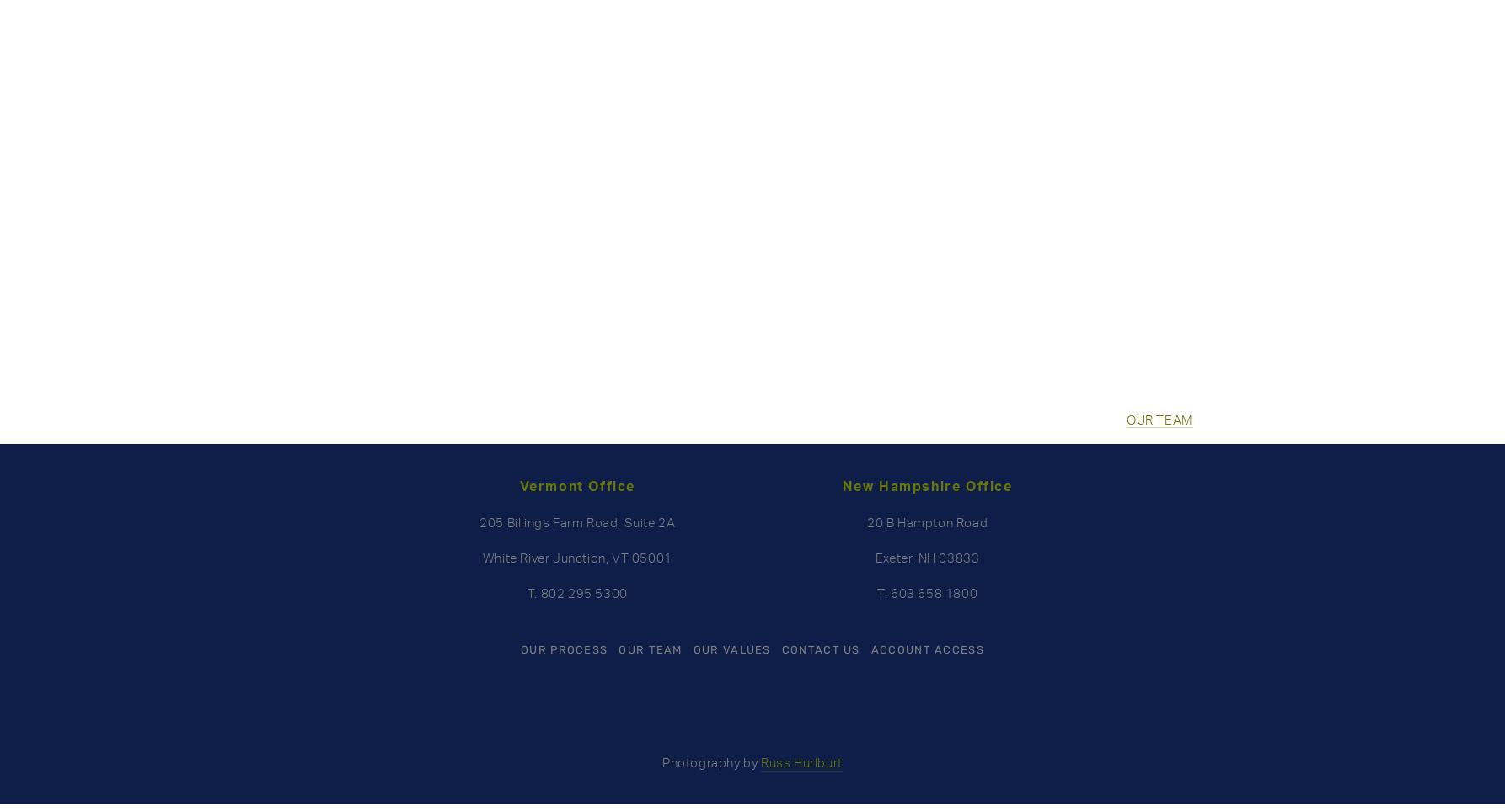 The height and width of the screenshot is (812, 1505). Describe the element at coordinates (1049, 183) in the screenshot. I see `'©  2016 Kinder Institute'` at that location.